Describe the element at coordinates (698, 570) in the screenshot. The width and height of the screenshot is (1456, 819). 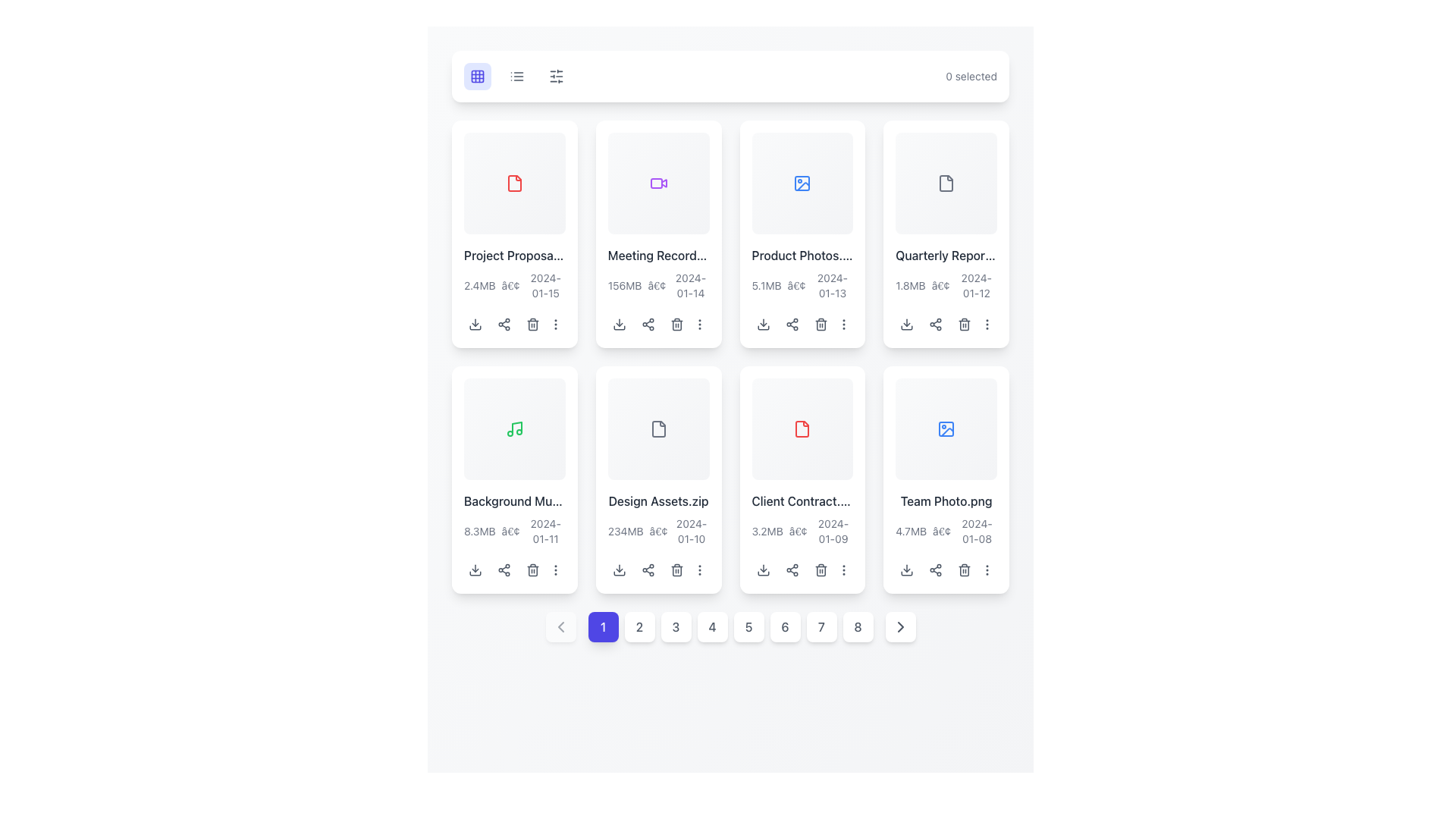
I see `the vertical ellipsis icon in the bottom-right corner of the 'Design Assets.zip' file card` at that location.